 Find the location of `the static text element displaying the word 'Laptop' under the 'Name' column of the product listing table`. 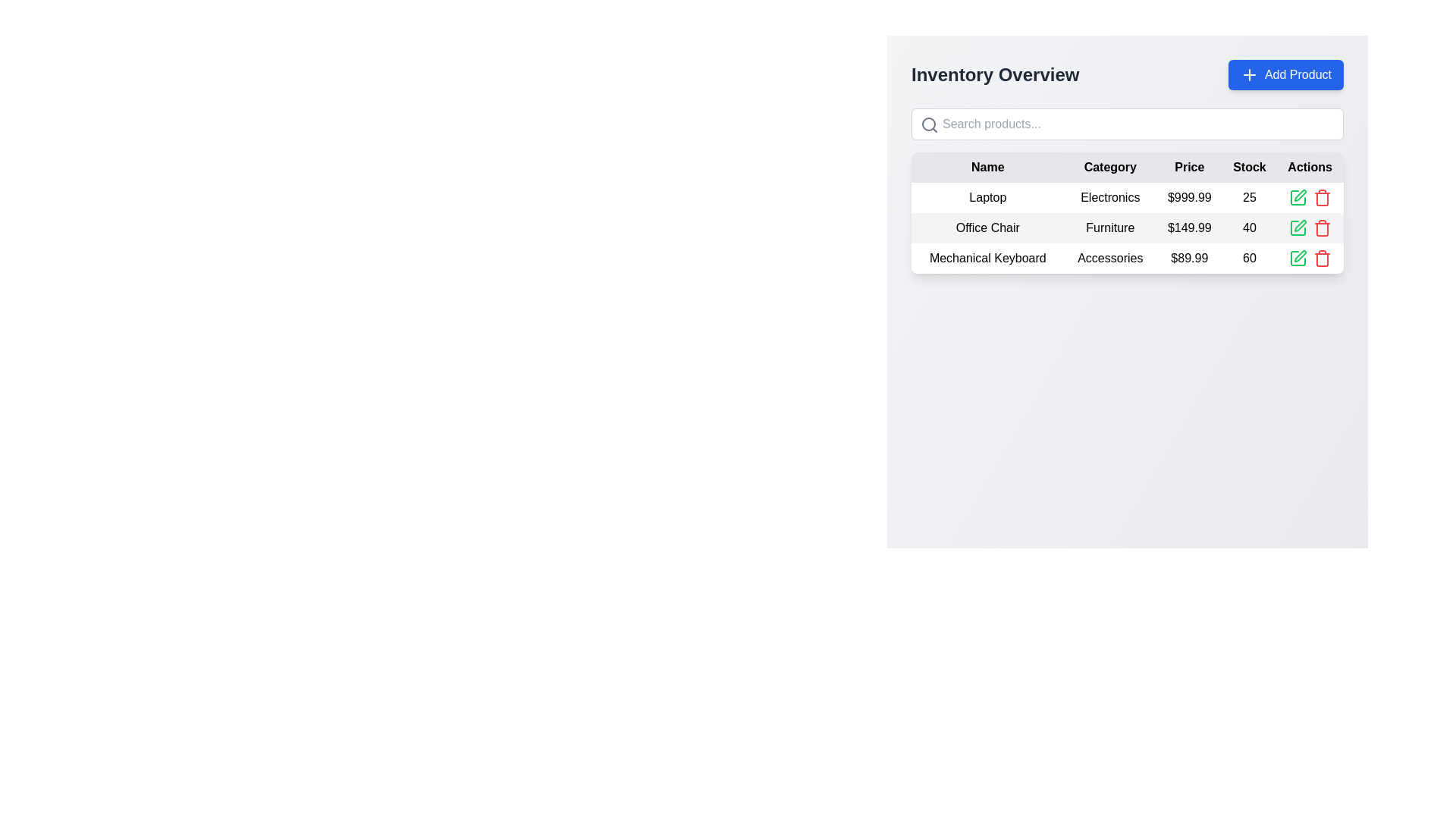

the static text element displaying the word 'Laptop' under the 'Name' column of the product listing table is located at coordinates (987, 197).